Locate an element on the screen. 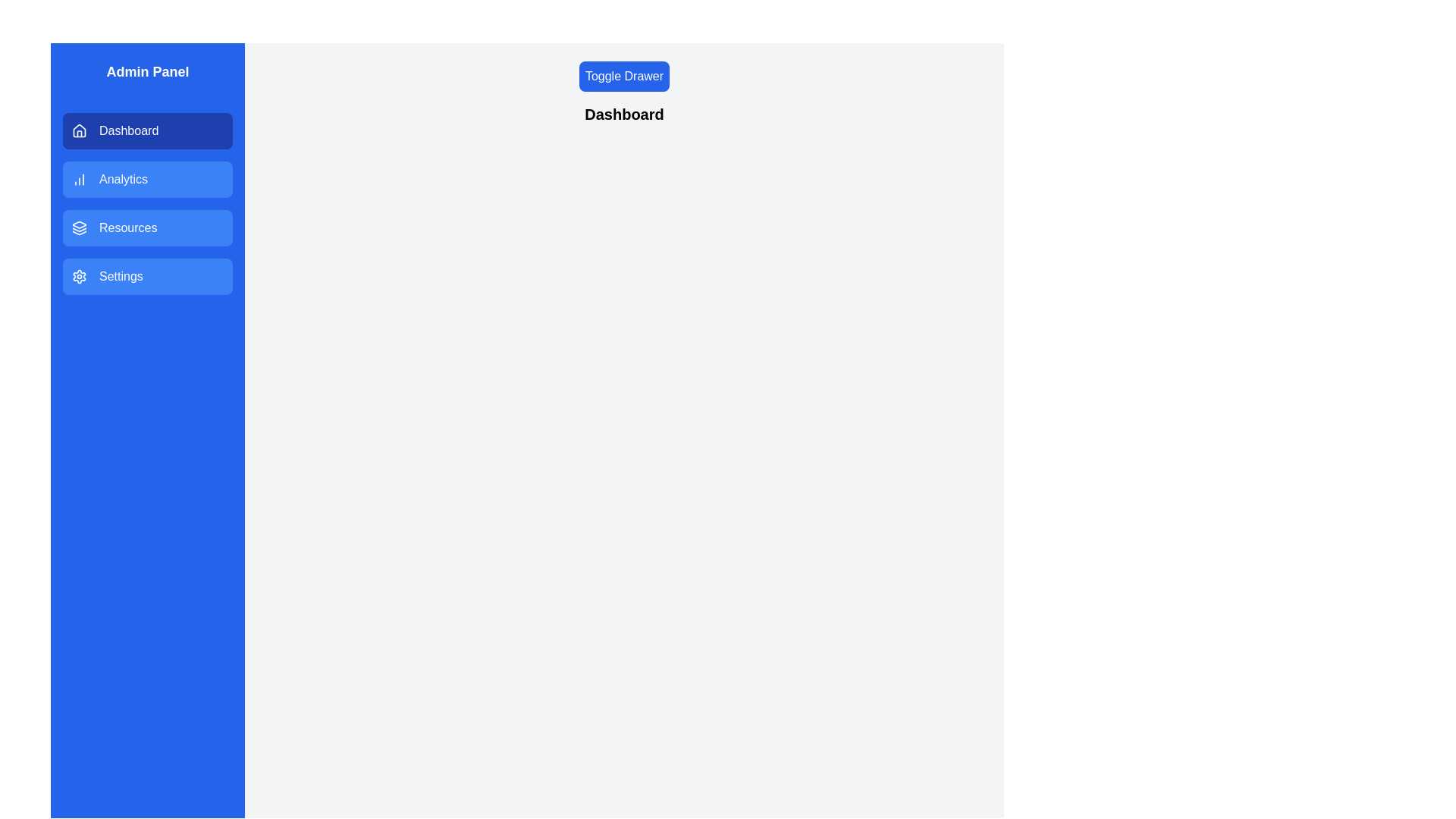 The width and height of the screenshot is (1456, 819). the menu section Dashboard by clicking on its button is located at coordinates (148, 130).